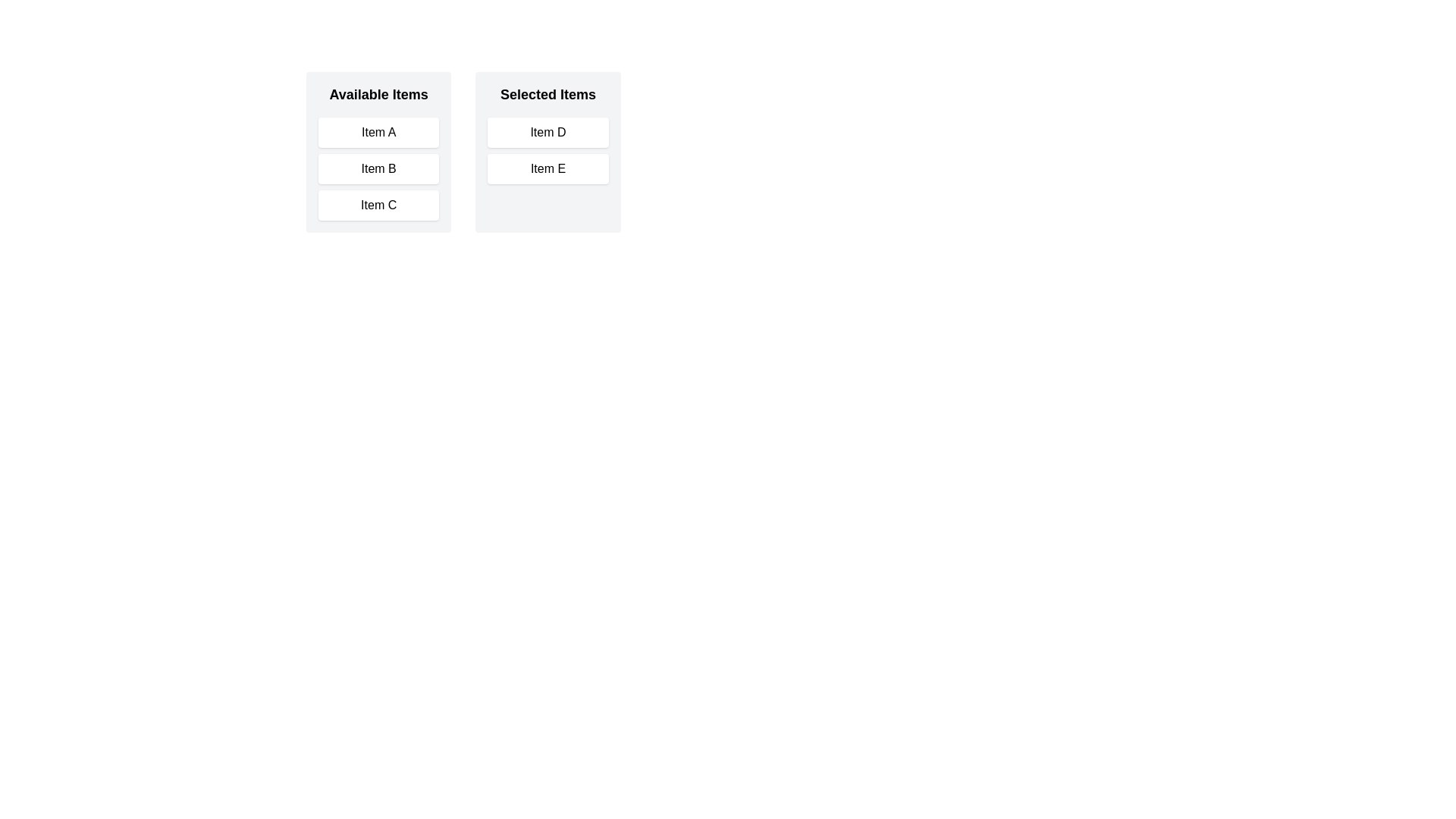 The width and height of the screenshot is (1456, 819). Describe the element at coordinates (548, 152) in the screenshot. I see `the 'Selected Items' section to visually inspect its contents` at that location.